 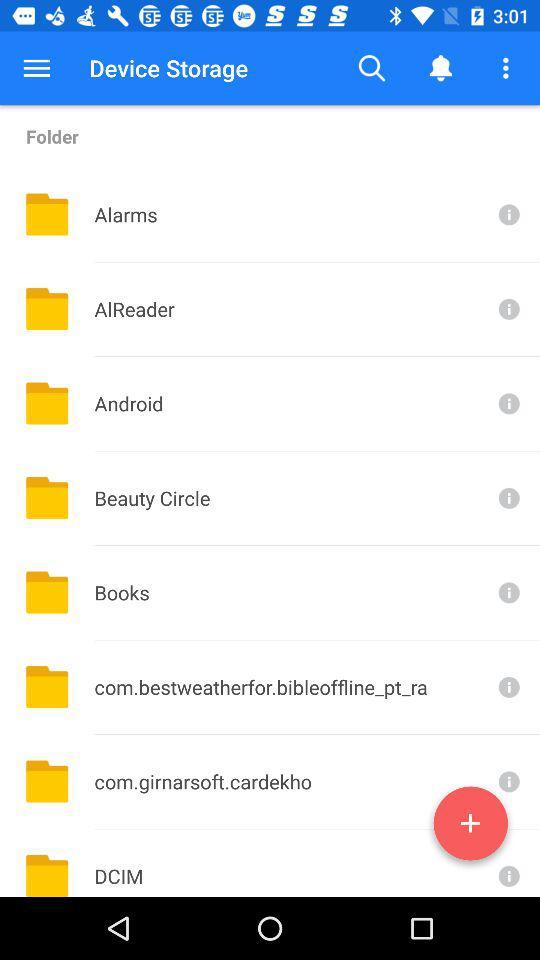 What do you see at coordinates (507, 592) in the screenshot?
I see `open information` at bounding box center [507, 592].